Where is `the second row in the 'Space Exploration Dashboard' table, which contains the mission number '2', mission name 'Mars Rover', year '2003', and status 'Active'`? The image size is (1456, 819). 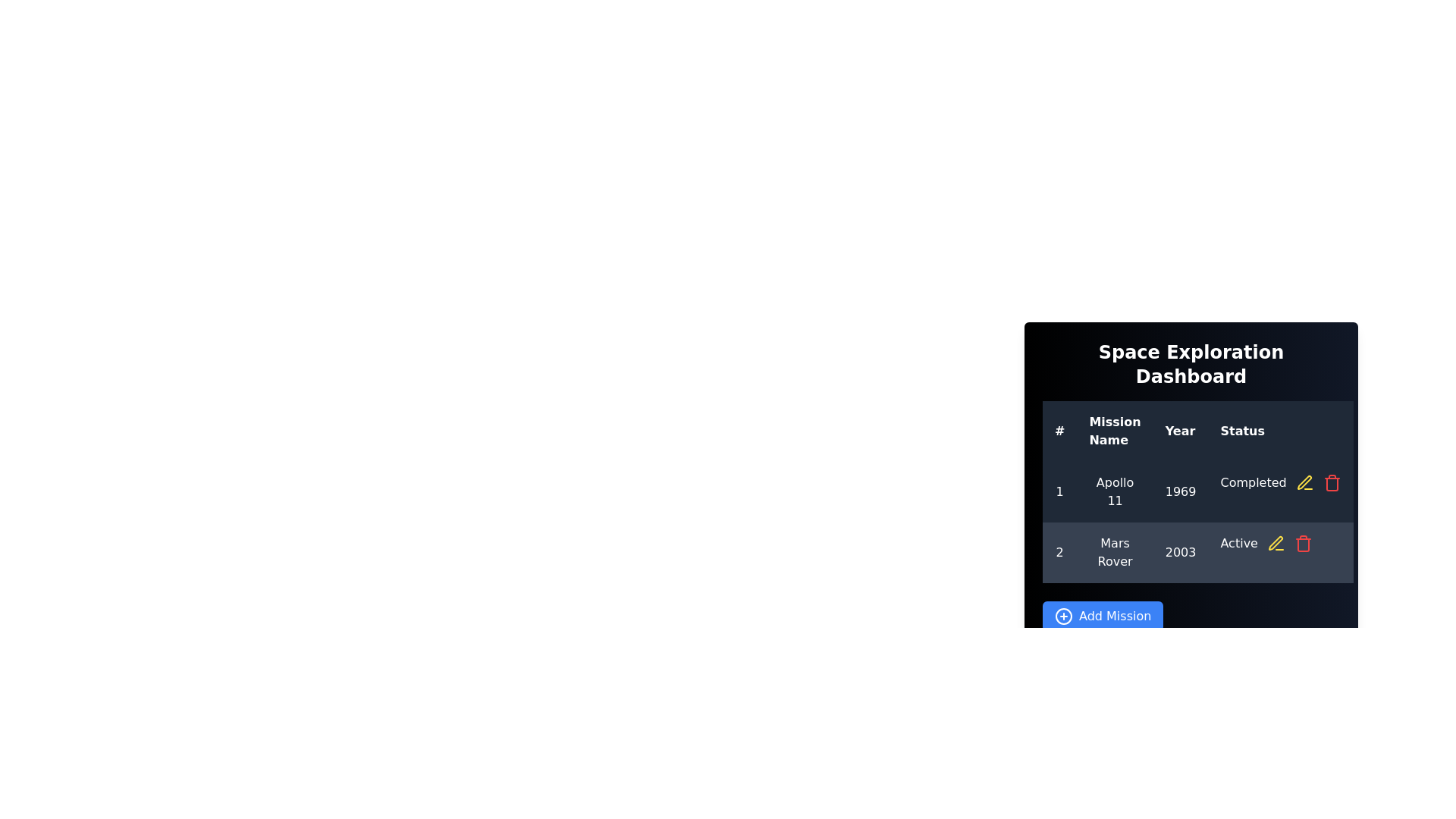
the second row in the 'Space Exploration Dashboard' table, which contains the mission number '2', mission name 'Mars Rover', year '2003', and status 'Active' is located at coordinates (1197, 553).